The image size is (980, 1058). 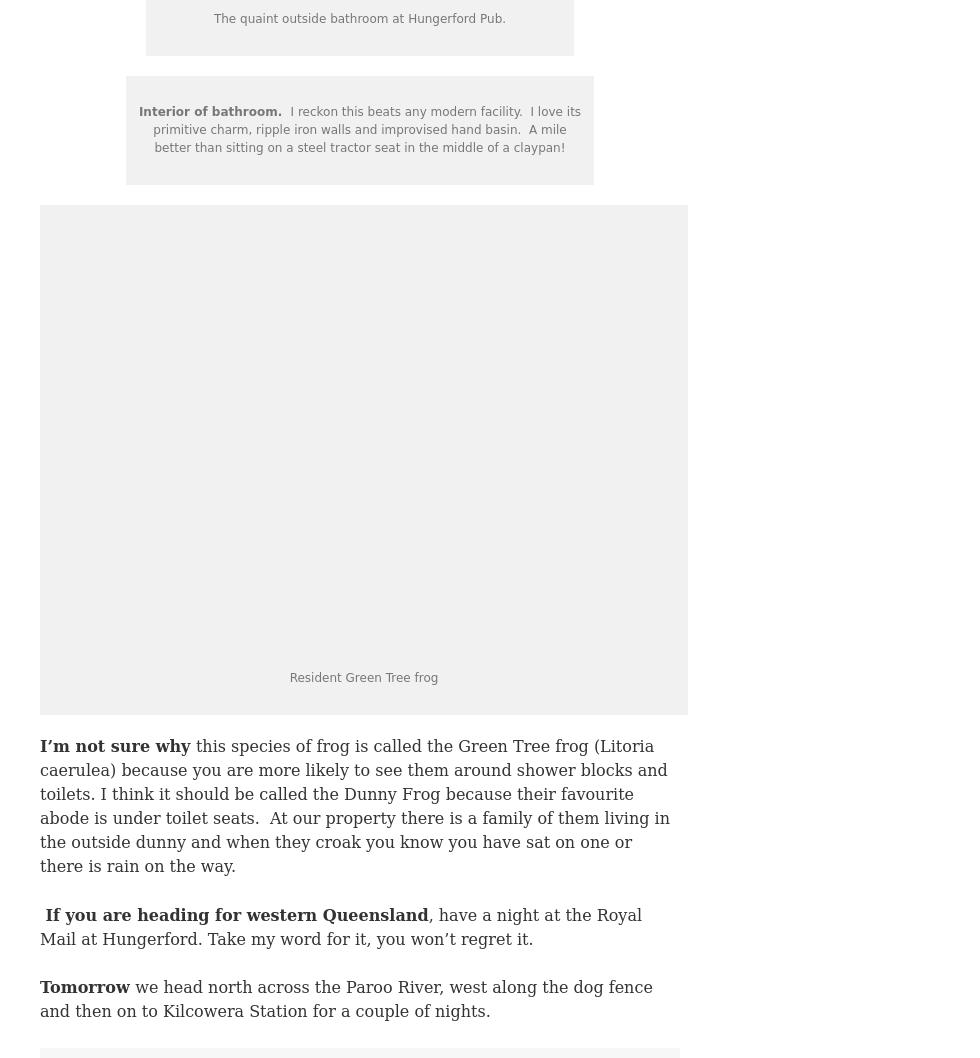 I want to click on 'The quaint outside bathroom at Hungerford Pub.', so click(x=359, y=19).